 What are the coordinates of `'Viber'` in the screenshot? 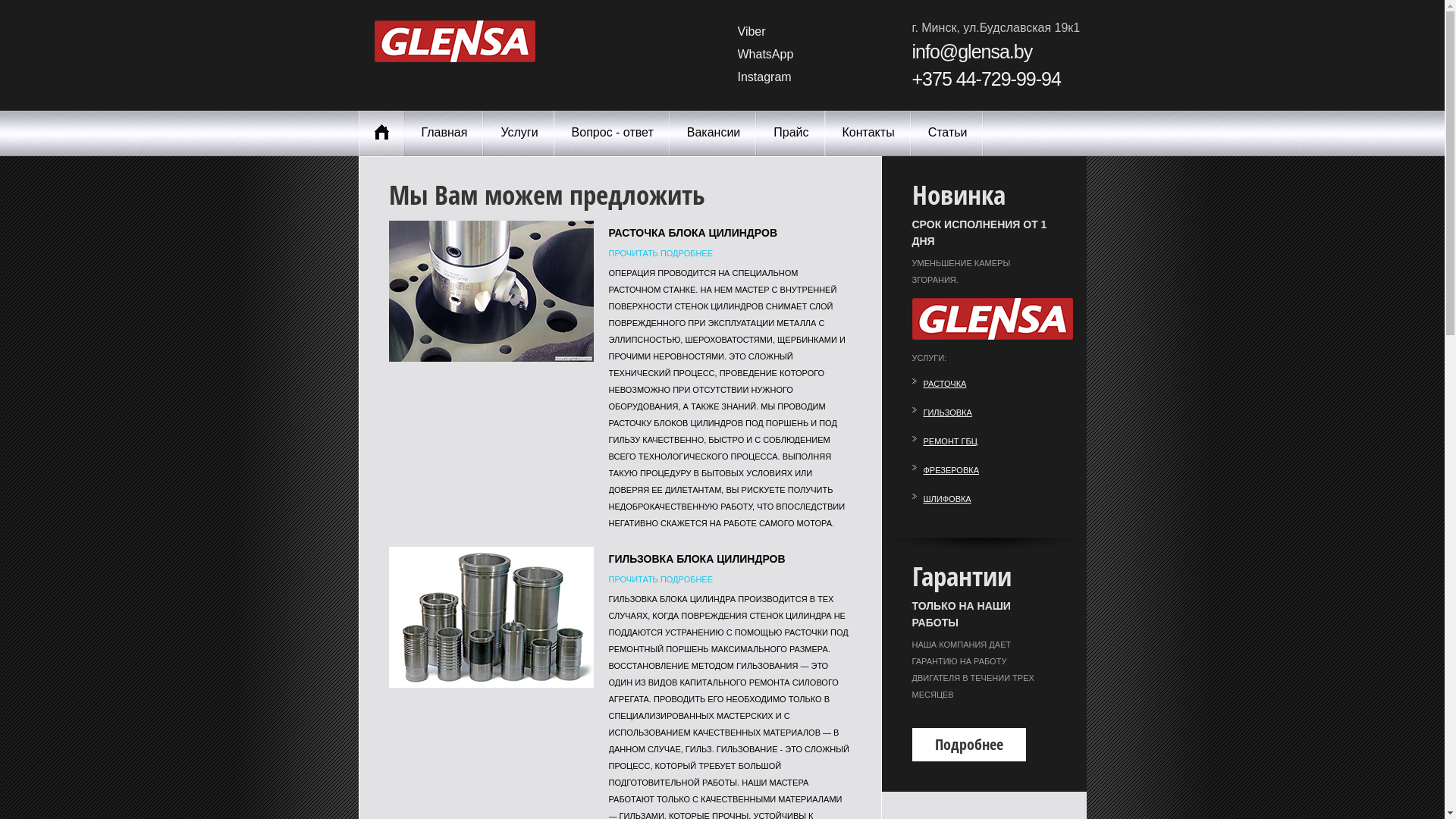 It's located at (751, 31).